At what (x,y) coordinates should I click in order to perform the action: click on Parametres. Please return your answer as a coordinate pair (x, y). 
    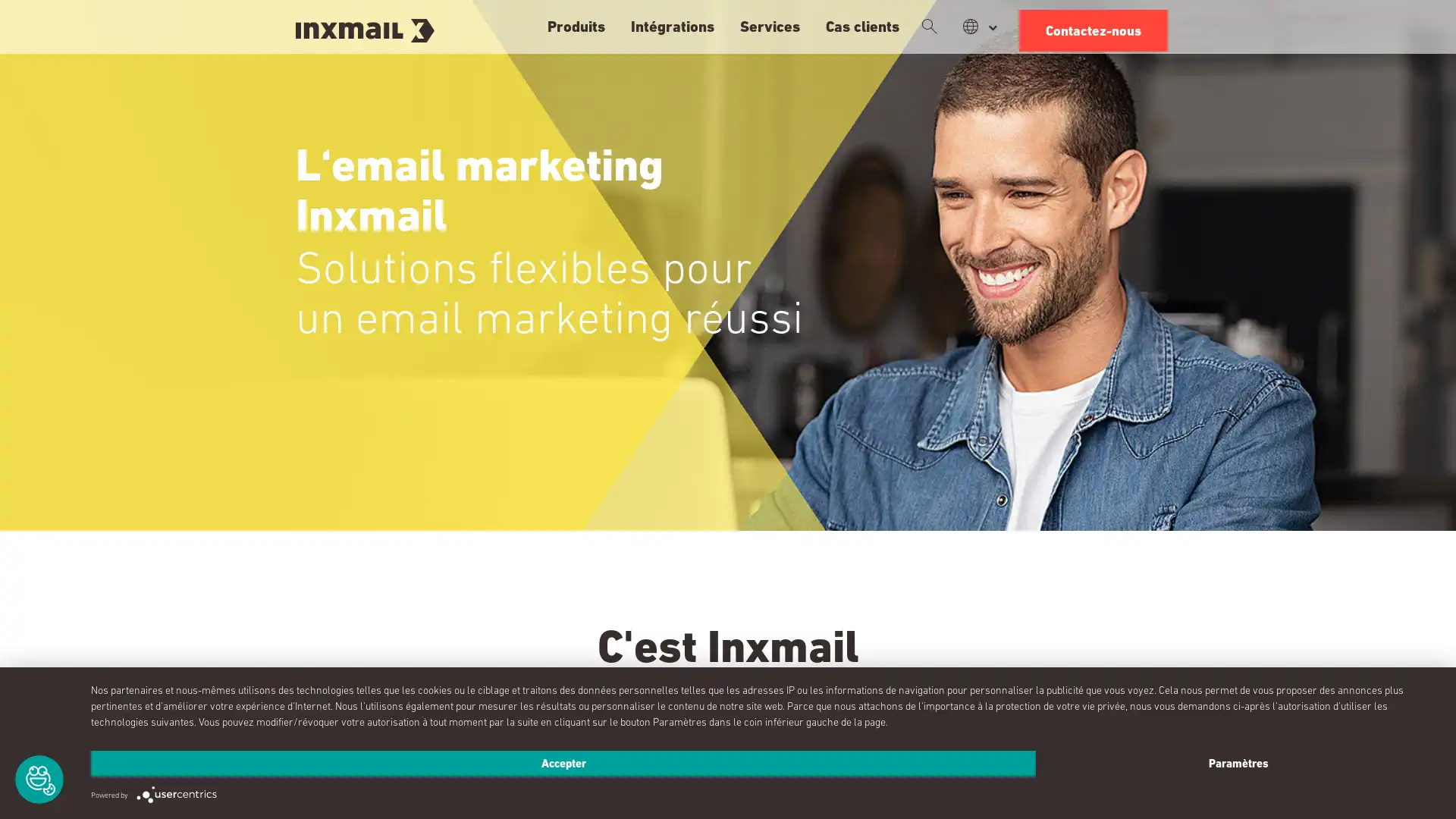
    Looking at the image, I should click on (1238, 763).